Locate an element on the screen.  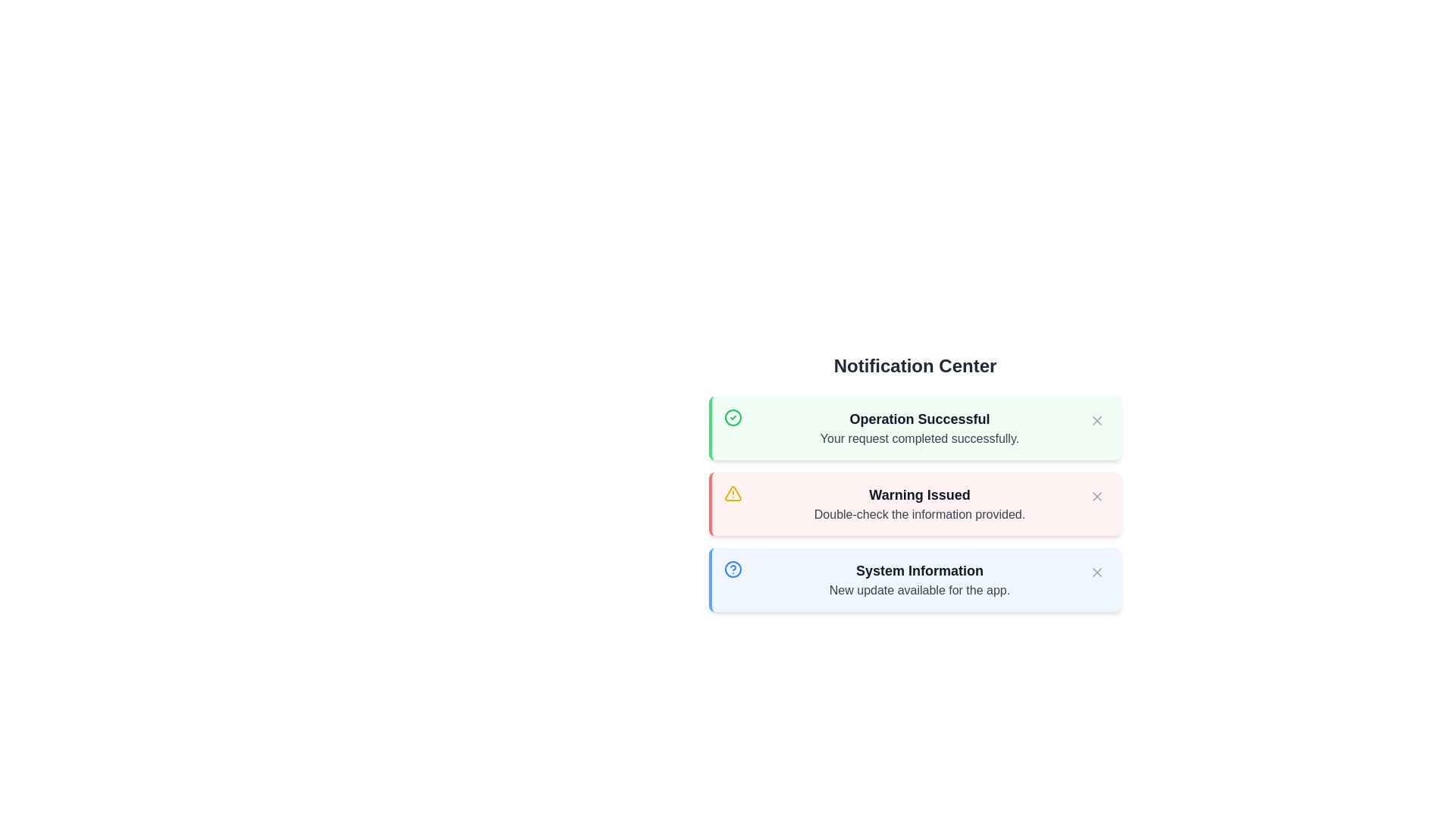
the static text element that reads 'New update available for the app.', which is located beneath the header 'System Information' is located at coordinates (919, 590).